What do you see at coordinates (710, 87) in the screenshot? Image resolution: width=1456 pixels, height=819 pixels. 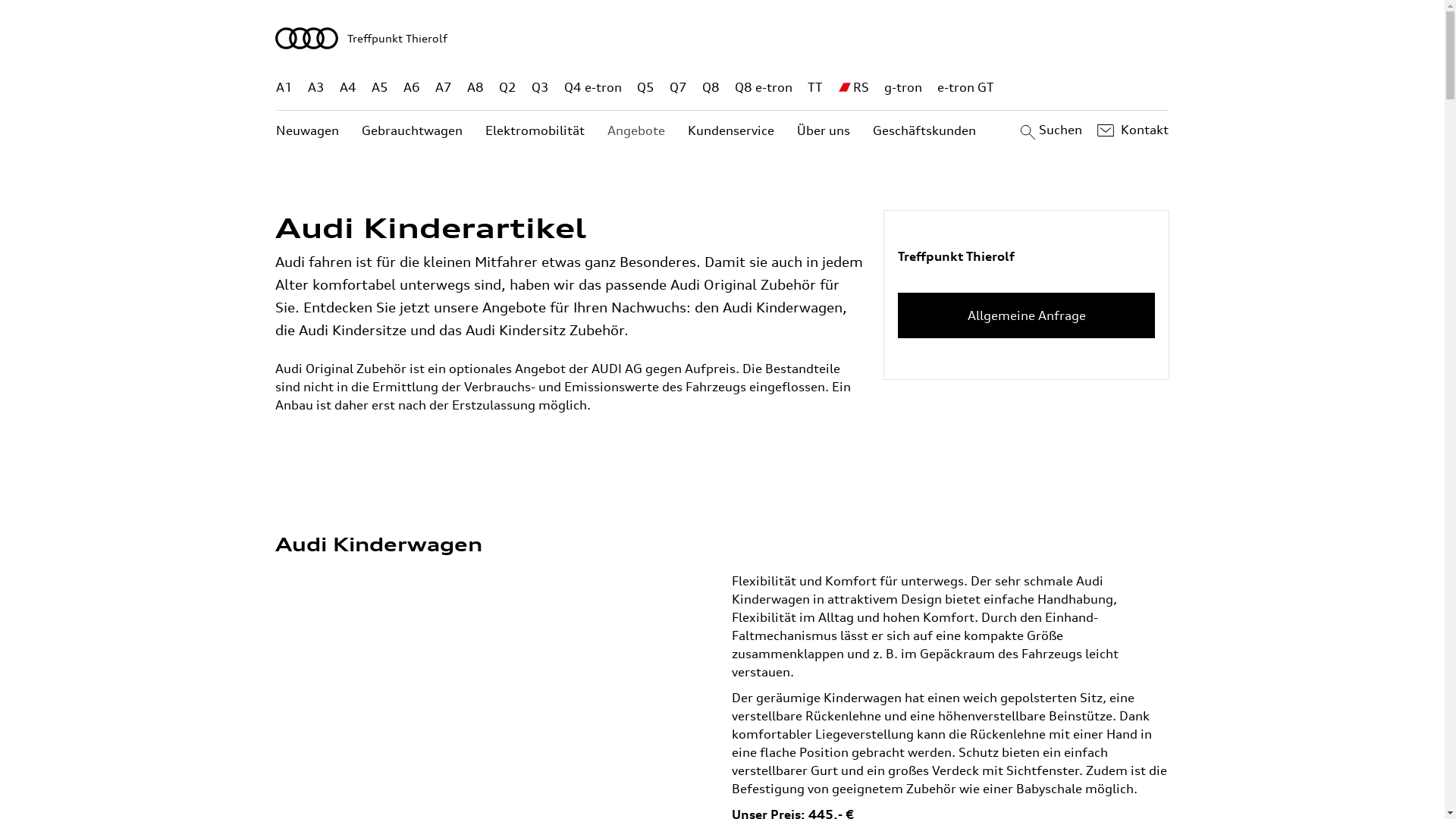 I see `'Q8'` at bounding box center [710, 87].